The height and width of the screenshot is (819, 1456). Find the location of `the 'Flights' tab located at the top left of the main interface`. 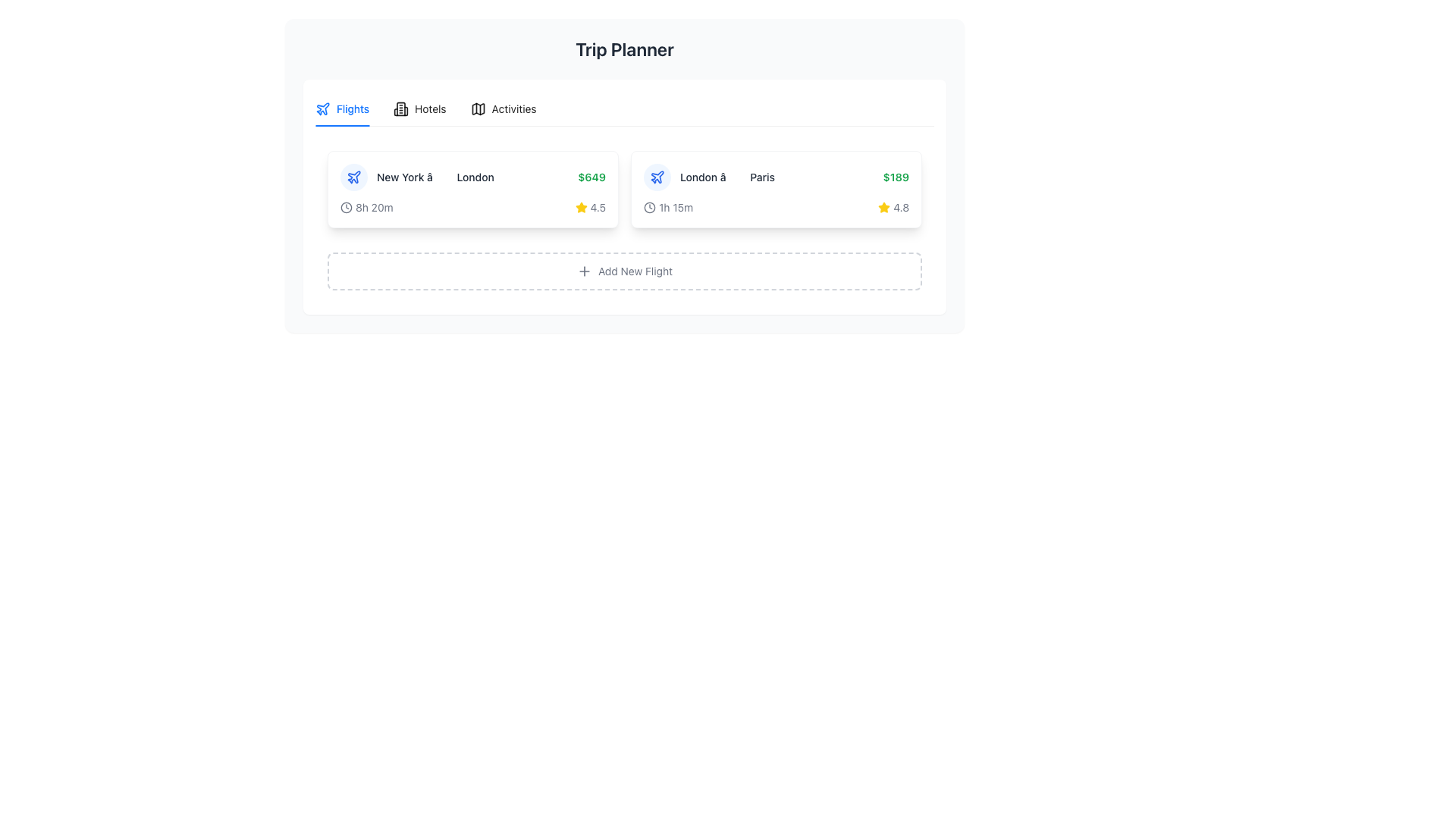

the 'Flights' tab located at the top left of the main interface is located at coordinates (341, 108).